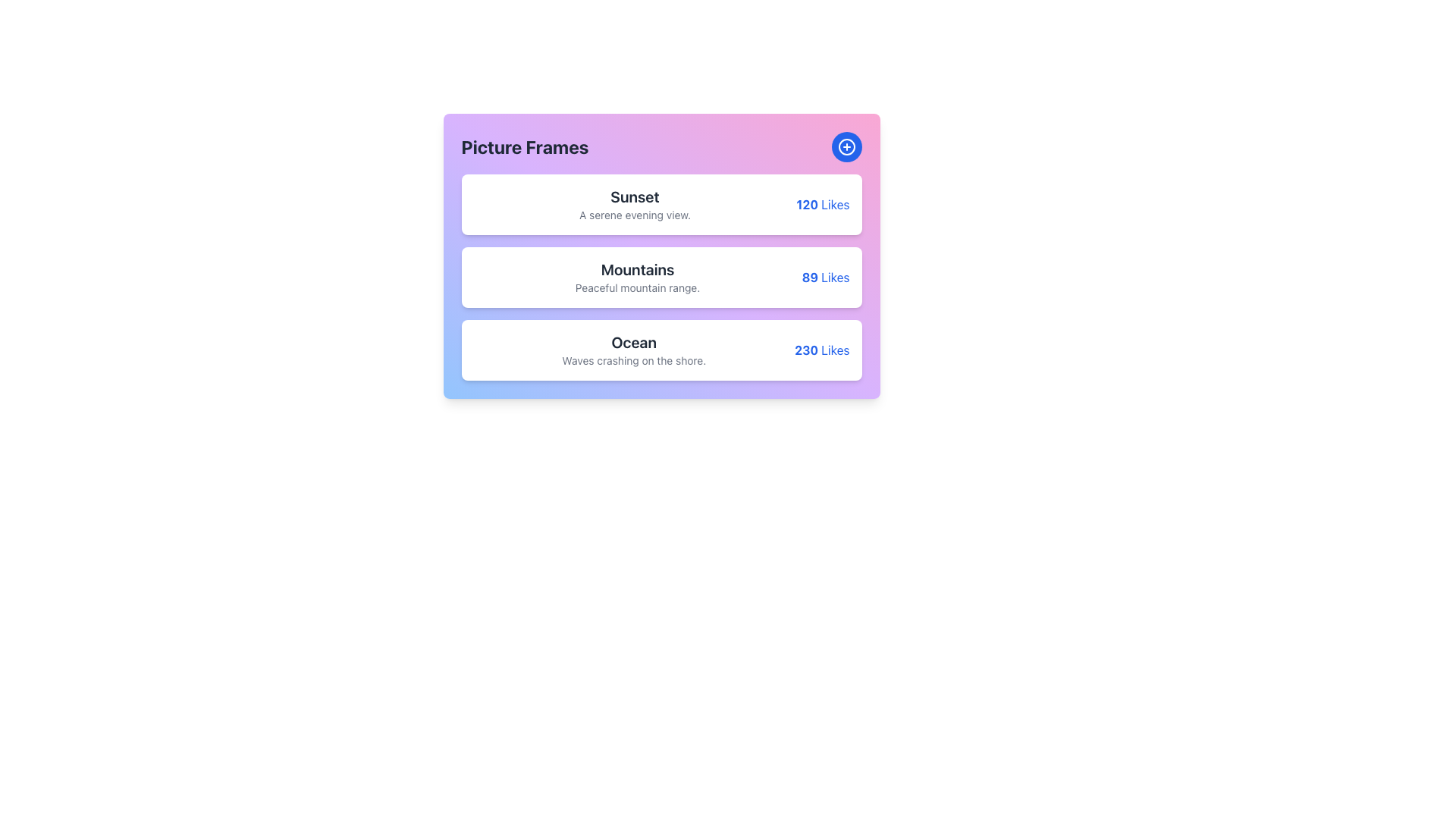  What do you see at coordinates (633, 350) in the screenshot?
I see `the Text label that serves as a content title for the scenic item, which is located in the main content center of the third card from the top` at bounding box center [633, 350].